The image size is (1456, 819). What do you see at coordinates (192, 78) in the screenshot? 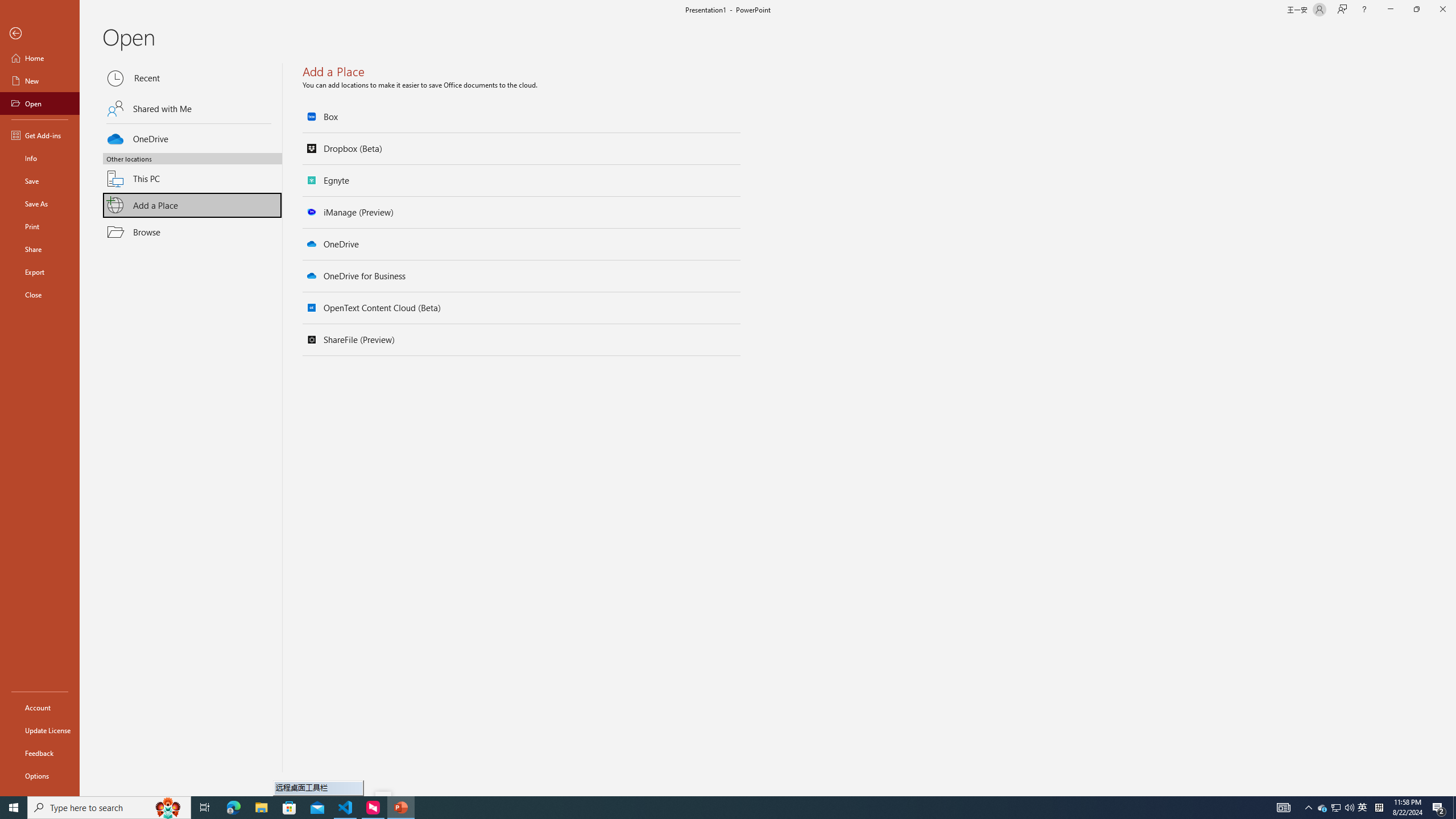
I see `'Recent'` at bounding box center [192, 78].